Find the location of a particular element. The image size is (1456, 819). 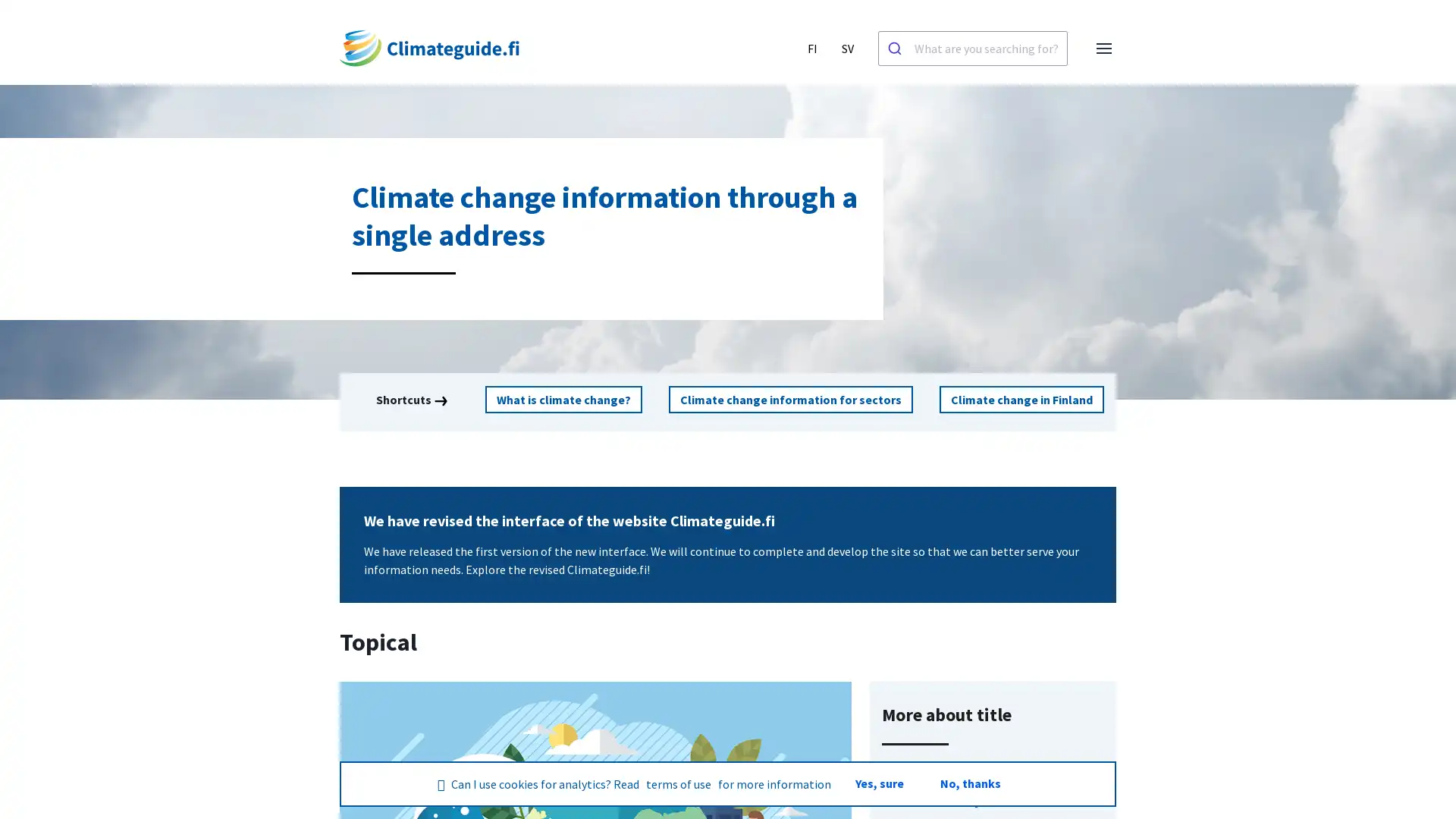

Submit is located at coordinates (896, 48).